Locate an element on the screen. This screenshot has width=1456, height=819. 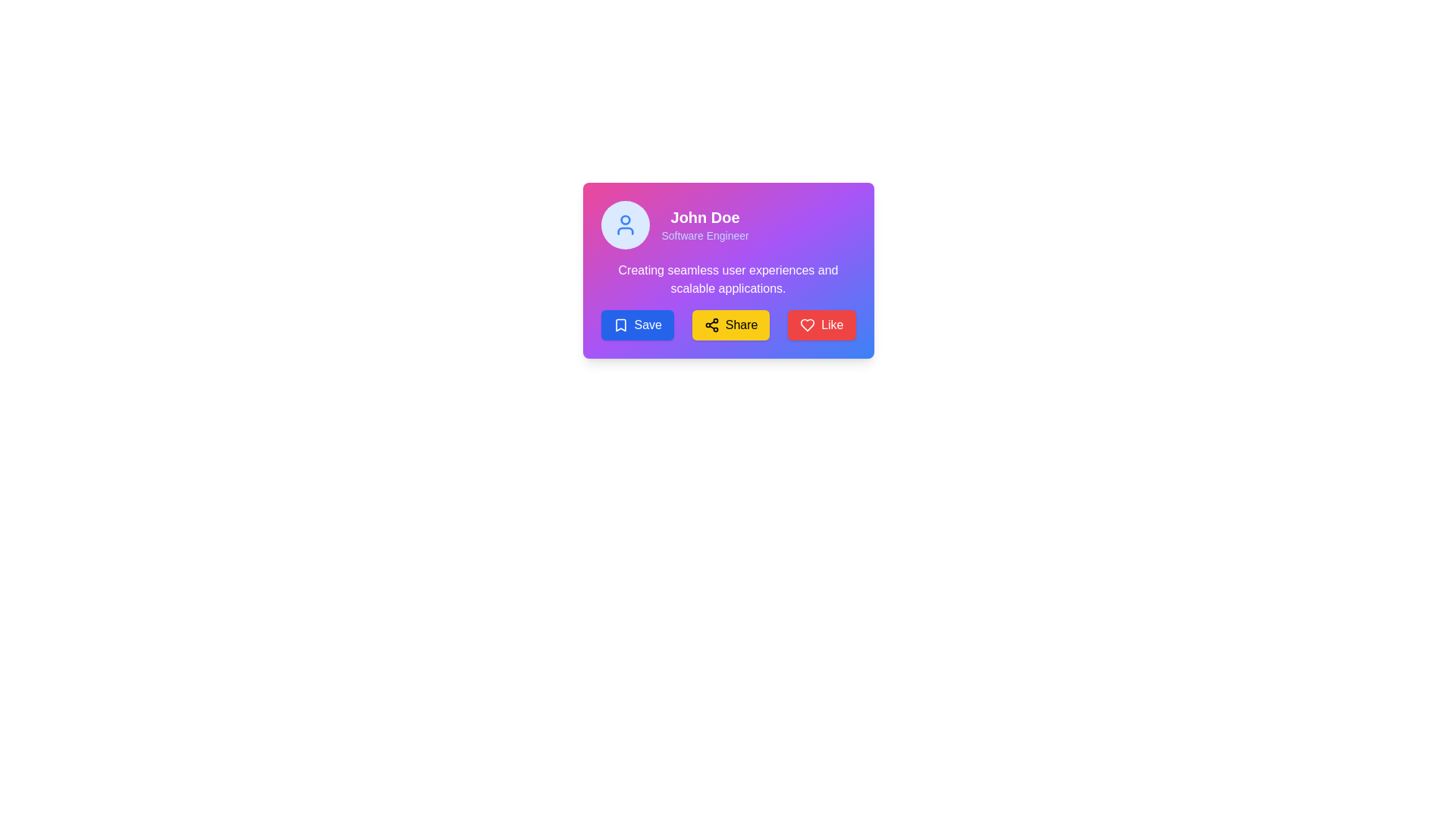
the circular shape element within the user profile card's avatar, which is centrally positioned in the top-left area of the profile card is located at coordinates (625, 220).